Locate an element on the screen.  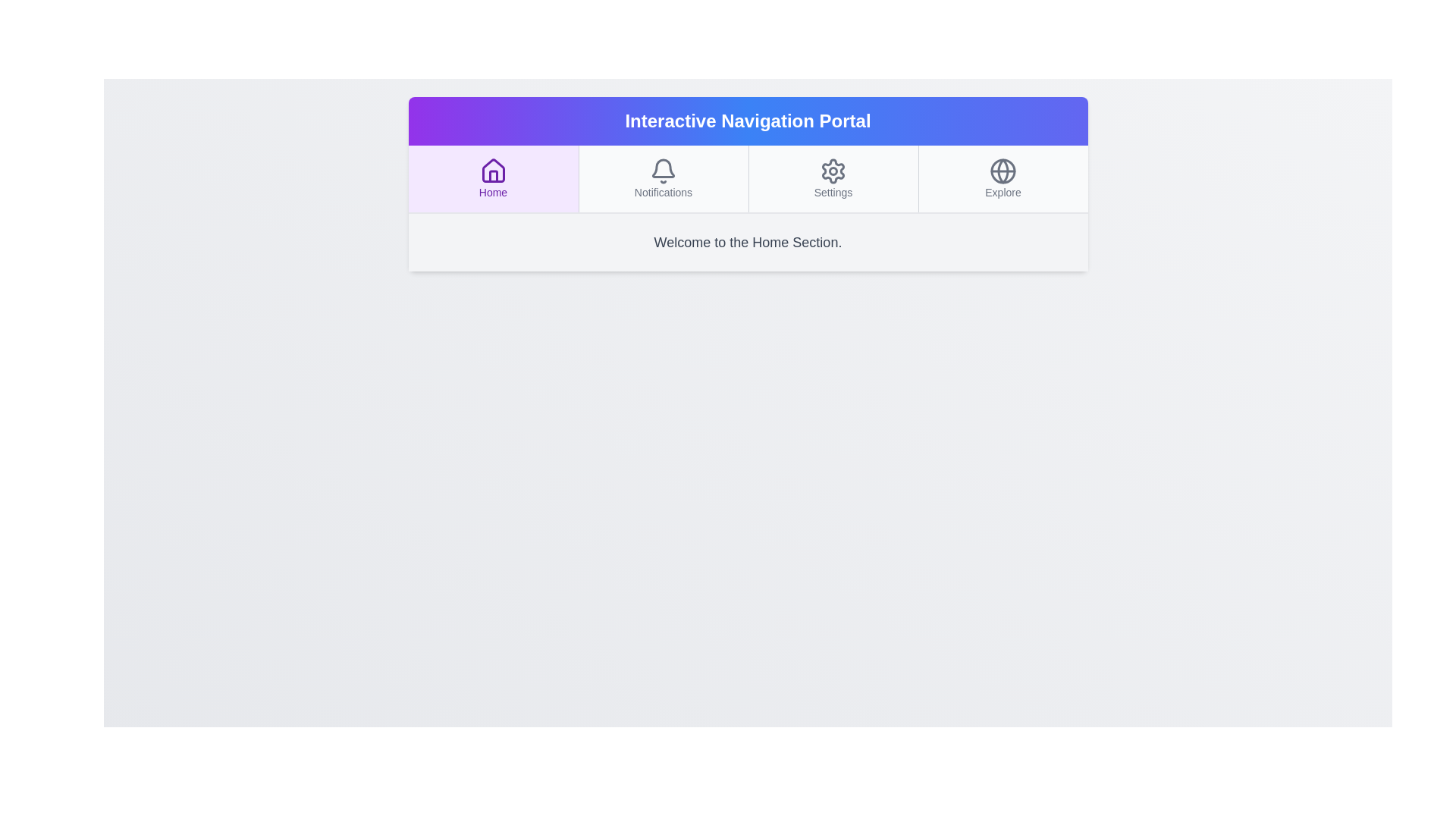
the bell icon representing notifications, which is located is located at coordinates (663, 171).